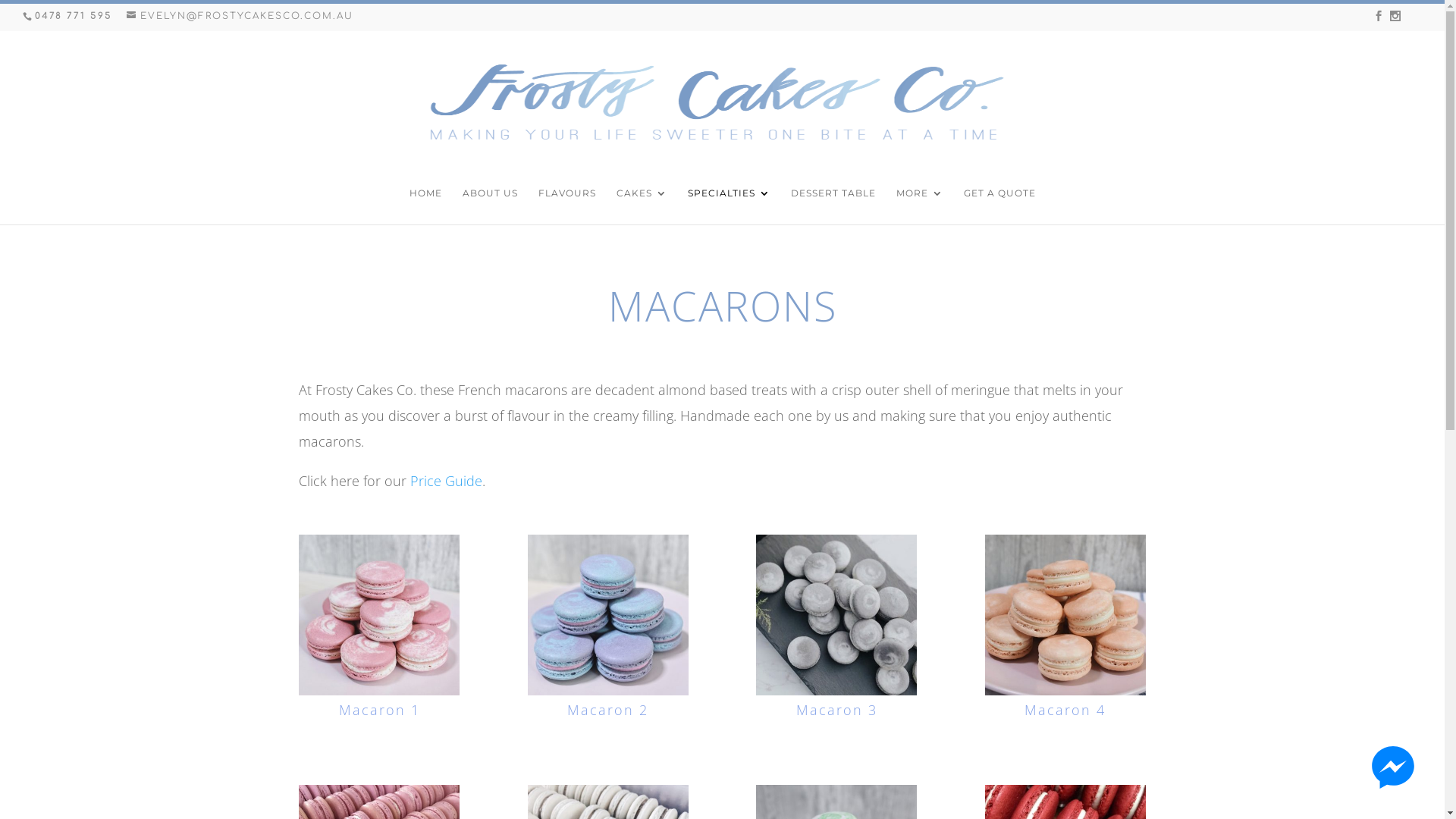 The width and height of the screenshot is (1456, 819). Describe the element at coordinates (962, 206) in the screenshot. I see `'GET A QUOTE'` at that location.